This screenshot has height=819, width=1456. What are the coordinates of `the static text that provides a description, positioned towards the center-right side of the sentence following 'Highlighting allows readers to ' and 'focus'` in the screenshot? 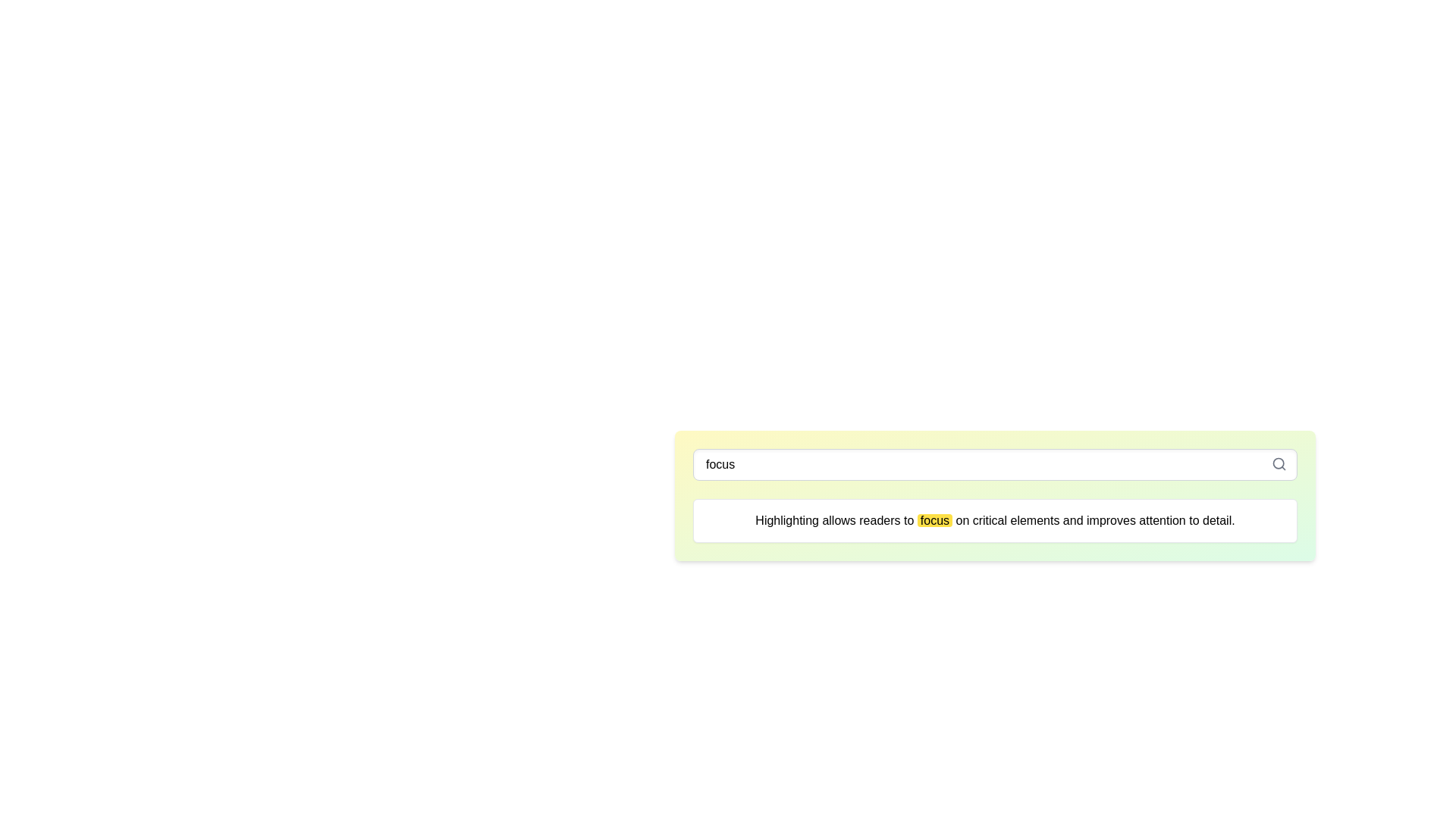 It's located at (1094, 519).